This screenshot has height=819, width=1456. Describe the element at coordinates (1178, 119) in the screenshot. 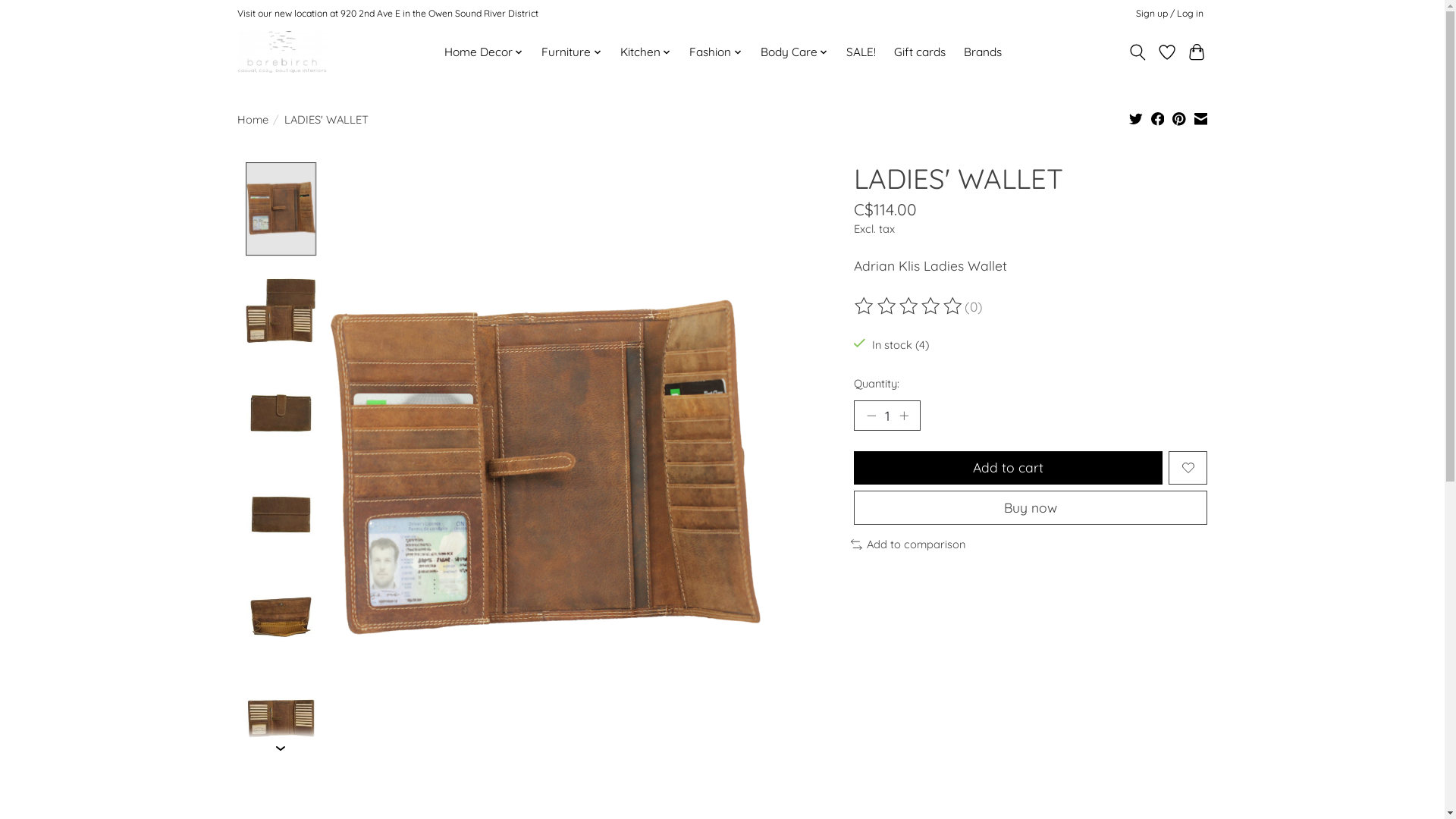

I see `'Share on Pinterest'` at that location.